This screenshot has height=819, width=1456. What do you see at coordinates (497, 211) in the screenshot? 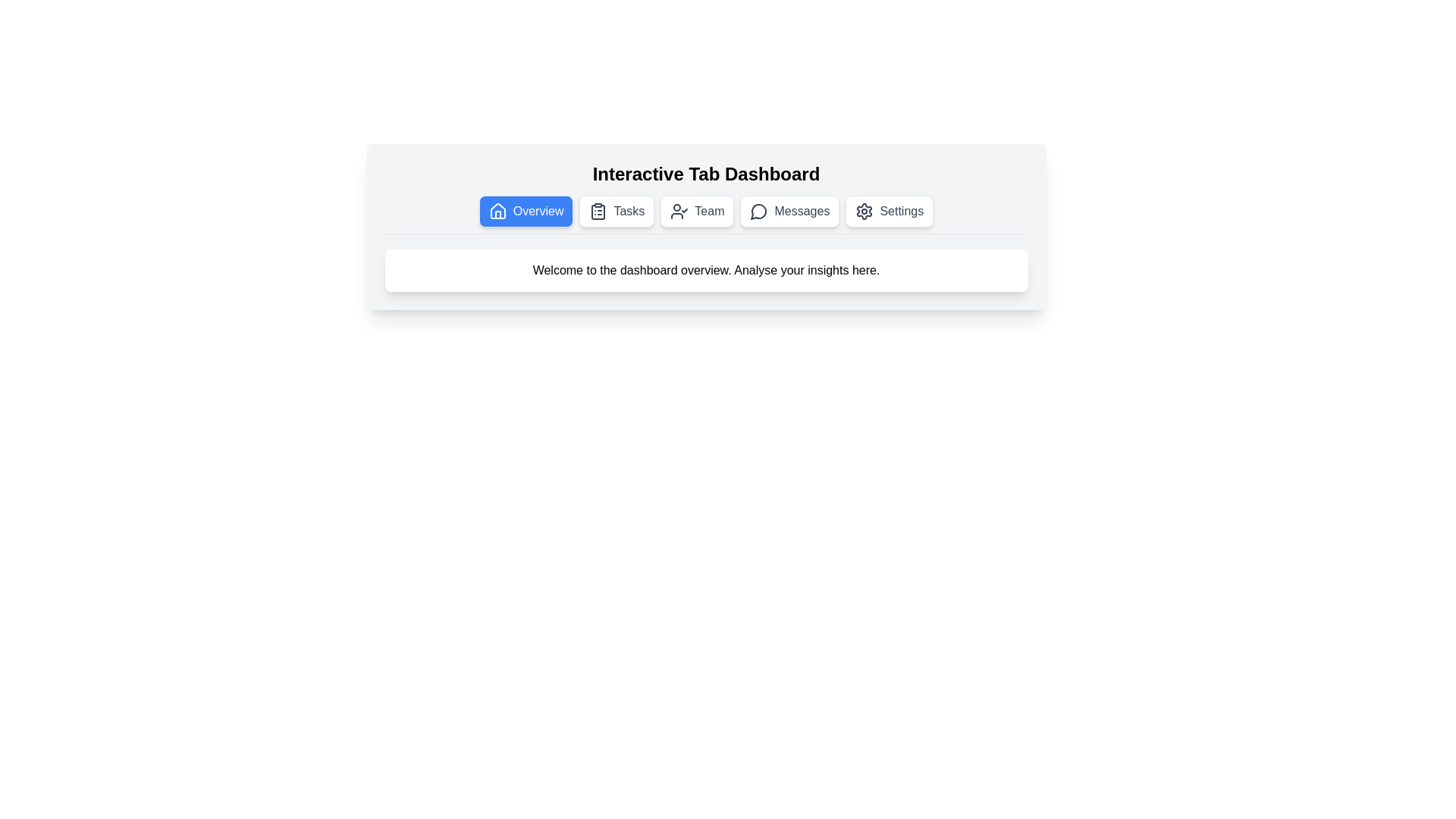
I see `the house icon representing 'Home' in the 'Overview' button located in the navigation bar` at bounding box center [497, 211].